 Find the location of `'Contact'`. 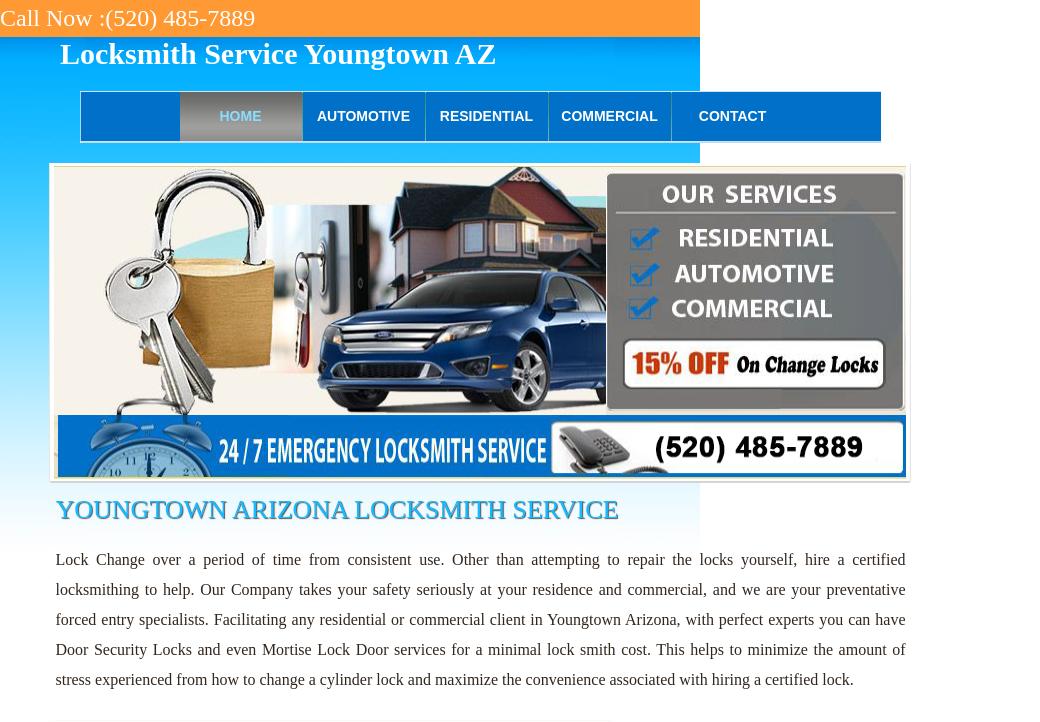

'Contact' is located at coordinates (731, 115).